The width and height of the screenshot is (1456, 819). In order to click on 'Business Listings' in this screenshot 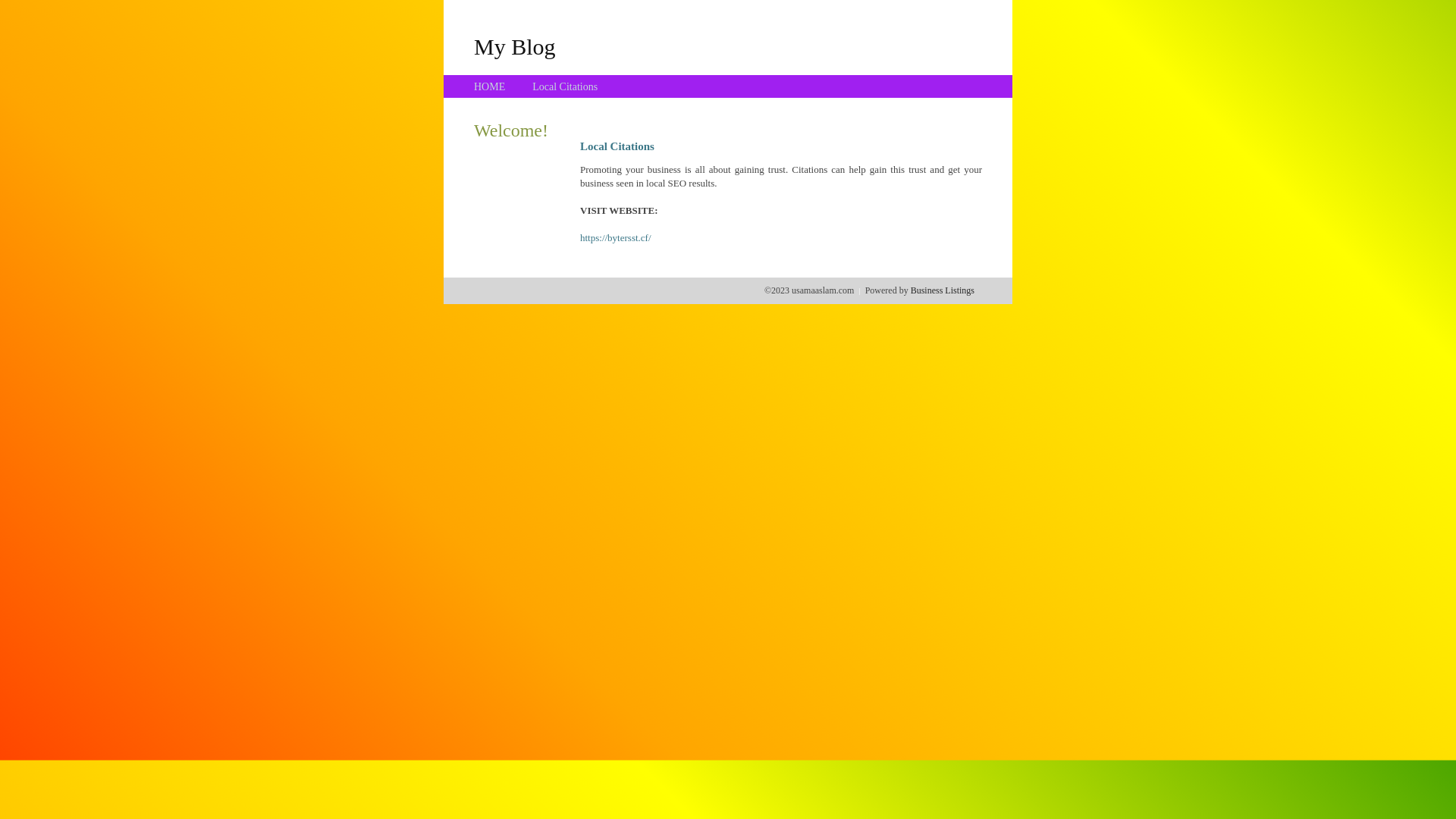, I will do `click(942, 290)`.